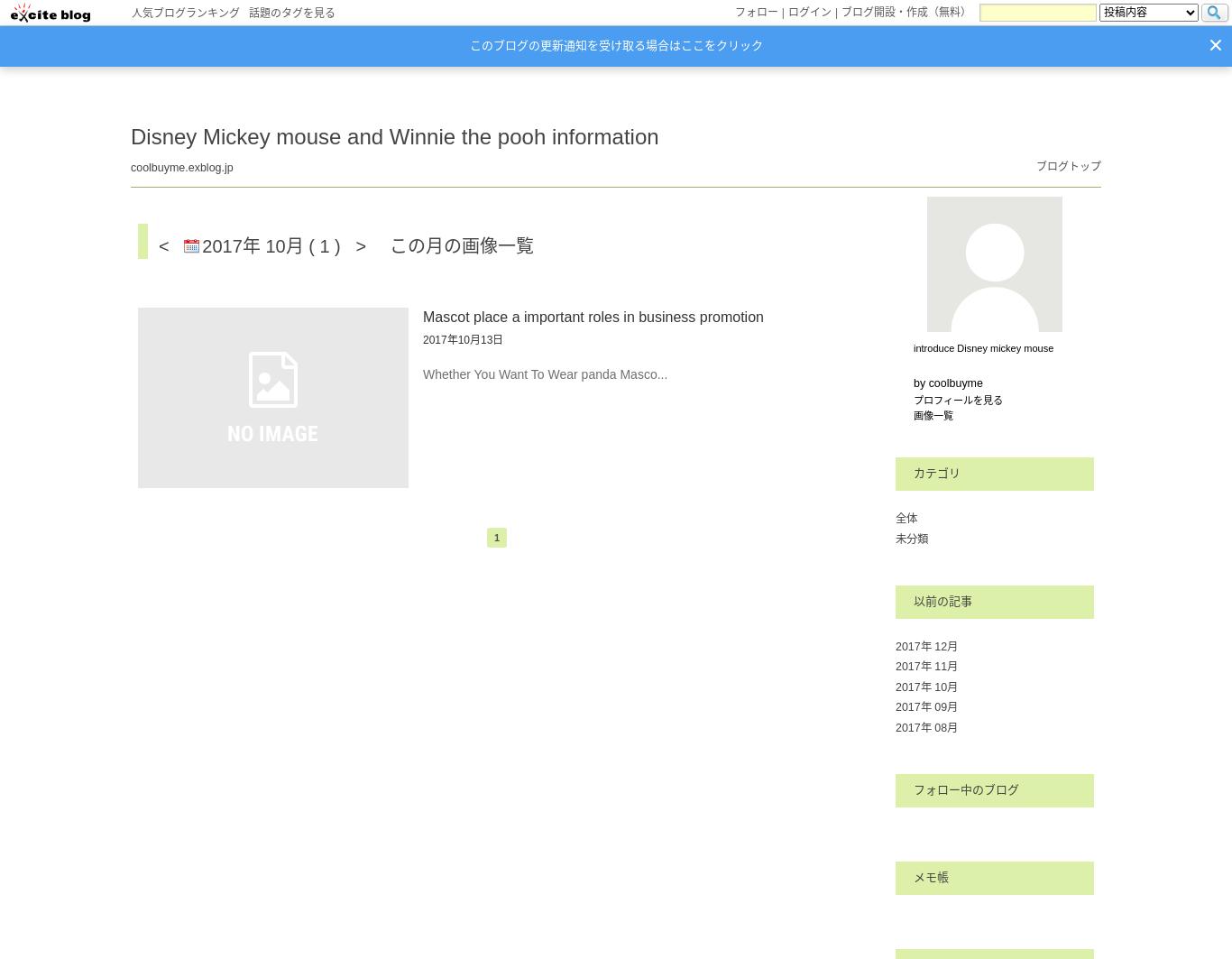  Describe the element at coordinates (592, 316) in the screenshot. I see `'Mascot place a important roles in business promotion'` at that location.